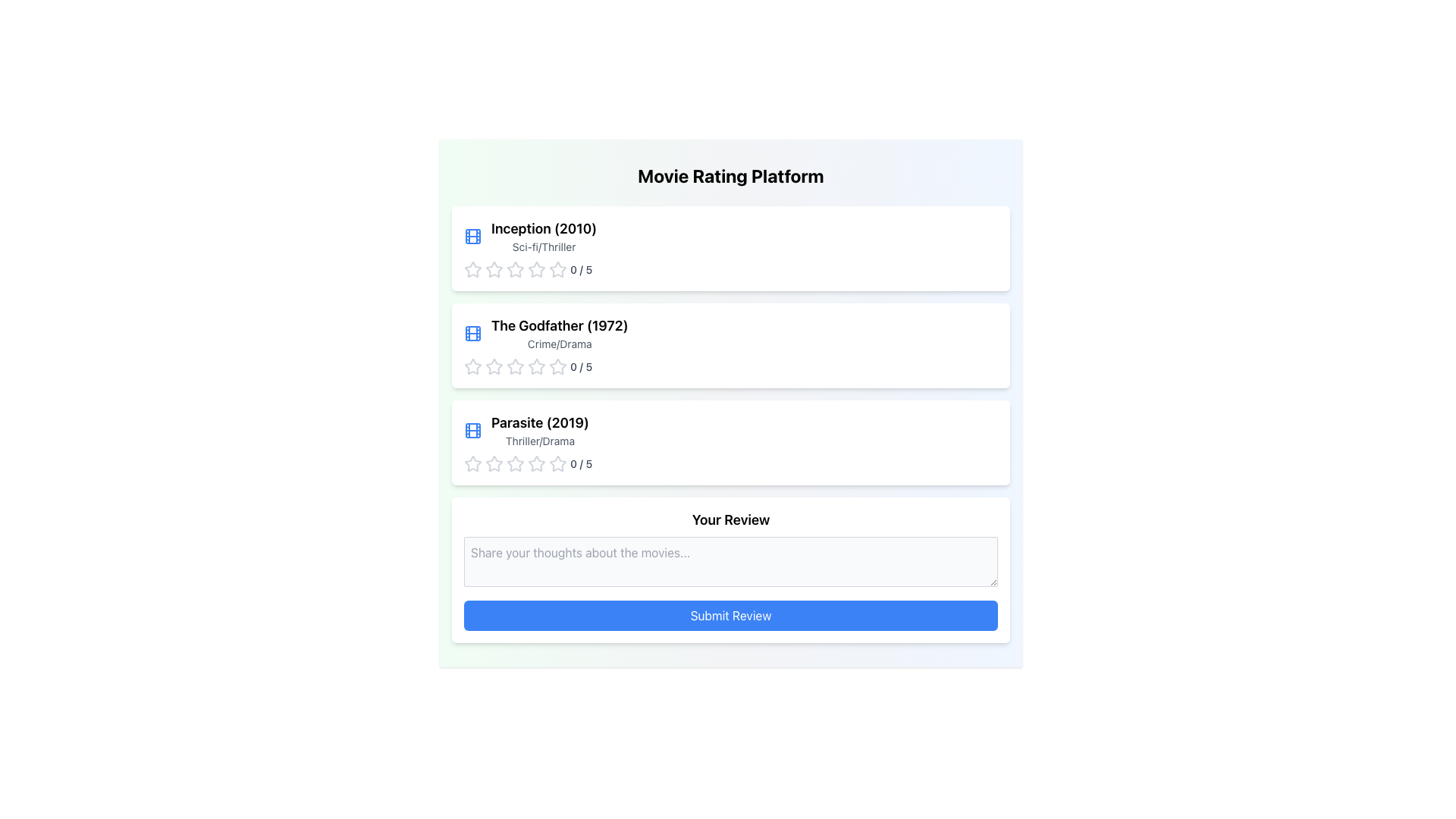 This screenshot has width=1456, height=819. What do you see at coordinates (472, 463) in the screenshot?
I see `the first star icon in the rating system under the movie 'Parasite (2019)'` at bounding box center [472, 463].